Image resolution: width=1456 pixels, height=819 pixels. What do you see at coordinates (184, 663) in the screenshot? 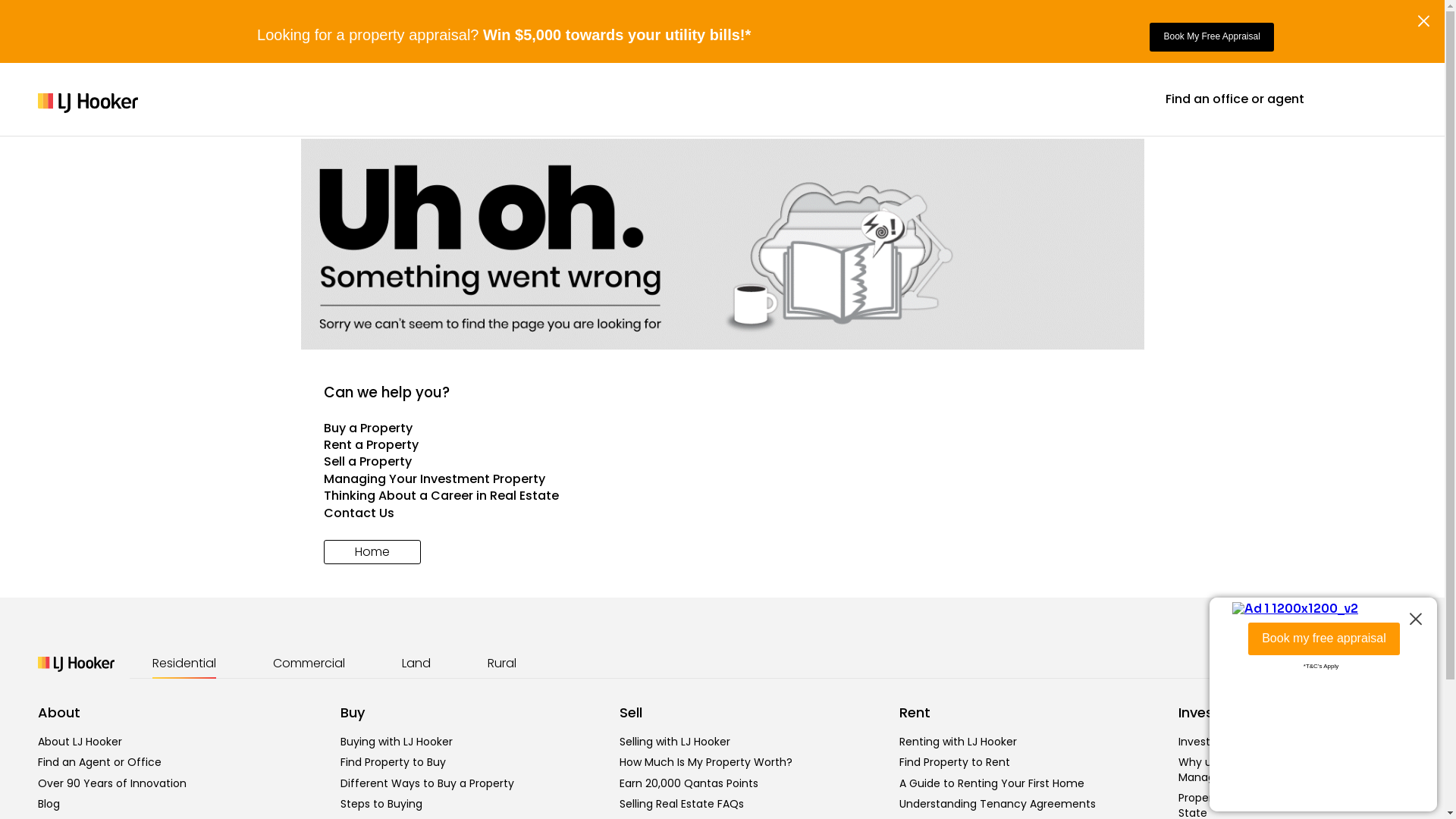
I see `'Residential'` at bounding box center [184, 663].